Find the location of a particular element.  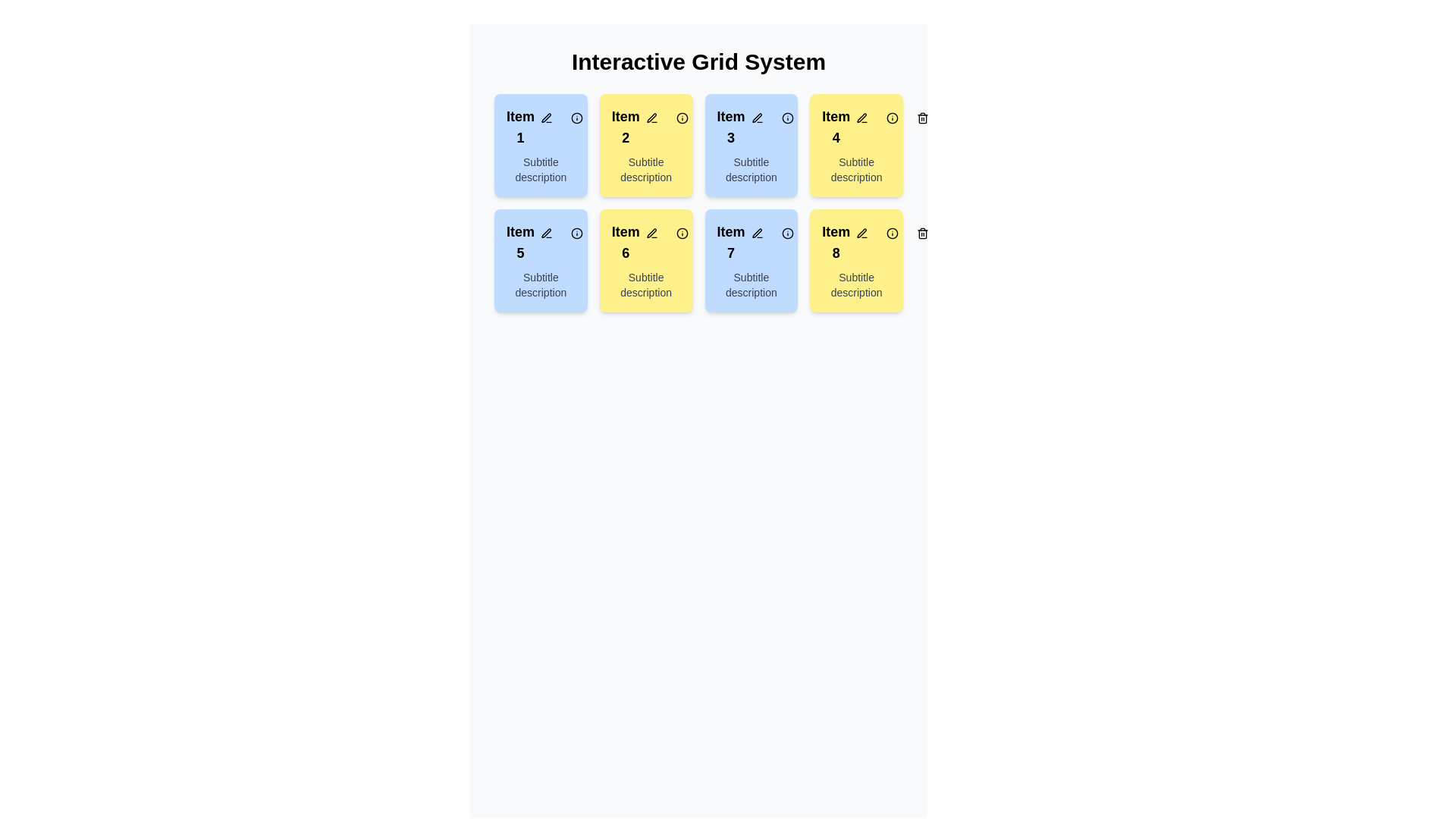

the interactive pen icon located in the tile labeled 'Item 3' to initiate editing is located at coordinates (757, 117).